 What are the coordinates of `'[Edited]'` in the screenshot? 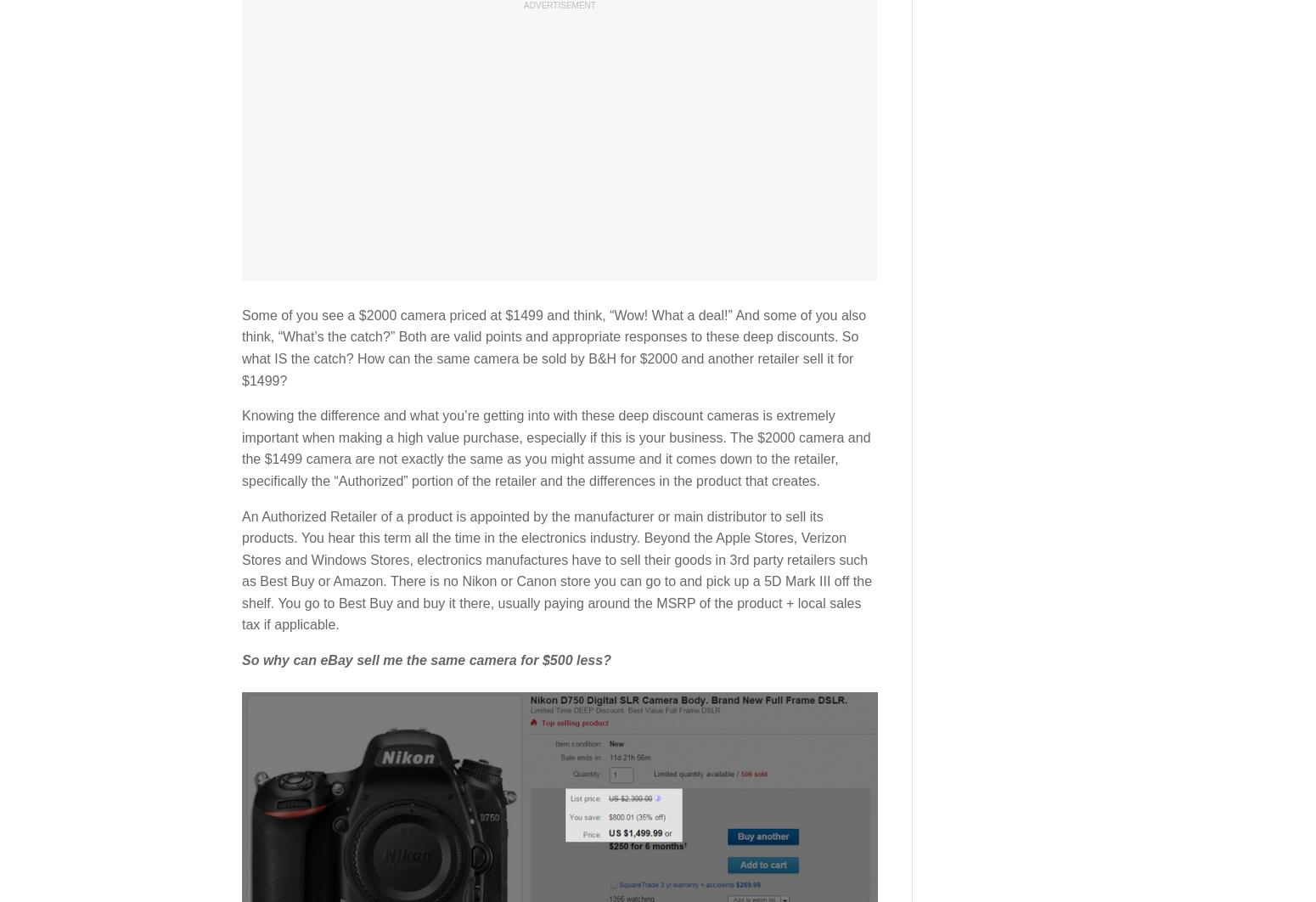 It's located at (481, 214).